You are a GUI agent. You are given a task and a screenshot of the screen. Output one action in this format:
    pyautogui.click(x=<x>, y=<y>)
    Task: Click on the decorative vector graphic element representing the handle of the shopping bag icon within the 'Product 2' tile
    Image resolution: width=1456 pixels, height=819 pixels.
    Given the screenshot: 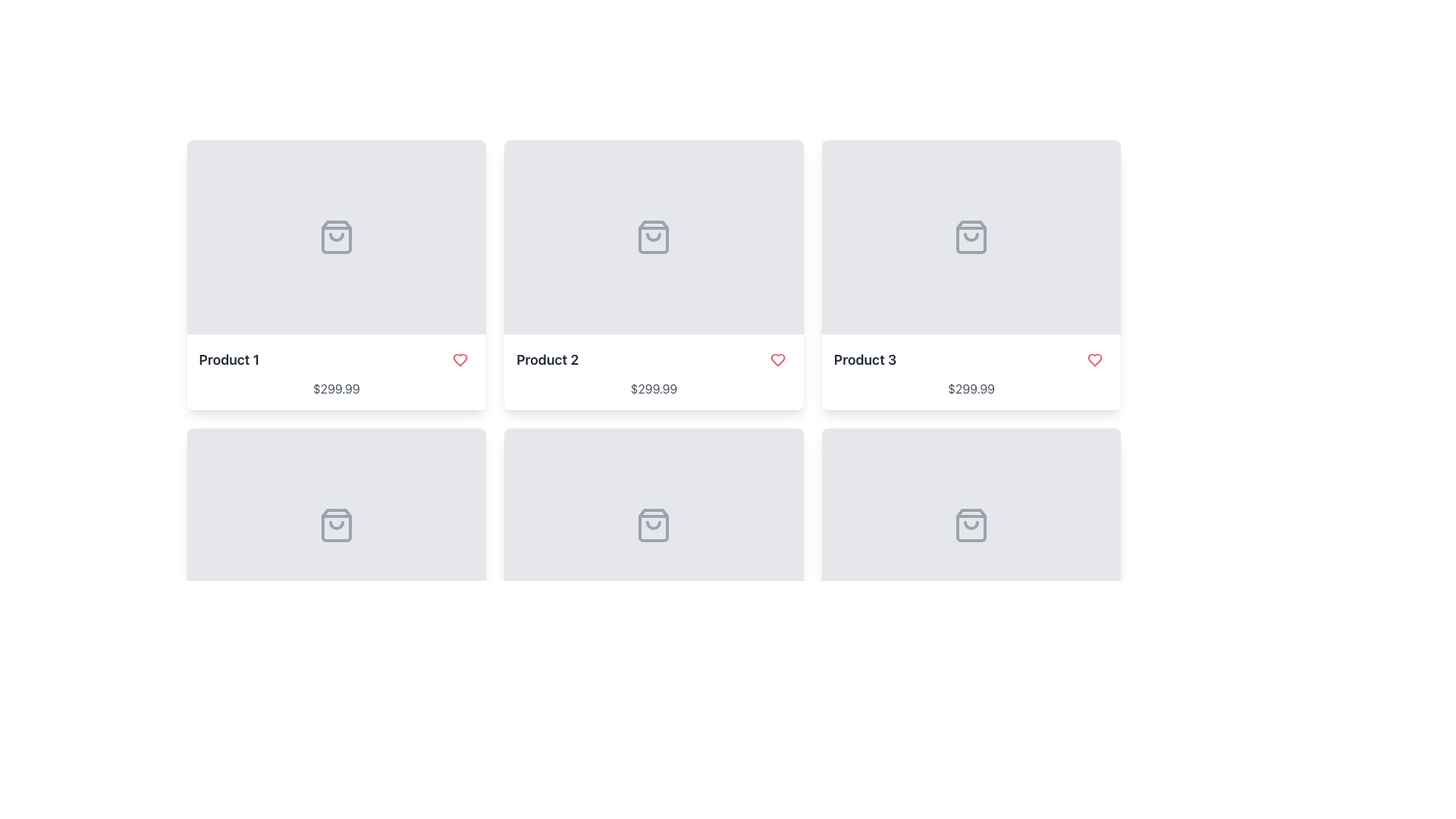 What is the action you would take?
    pyautogui.click(x=654, y=237)
    